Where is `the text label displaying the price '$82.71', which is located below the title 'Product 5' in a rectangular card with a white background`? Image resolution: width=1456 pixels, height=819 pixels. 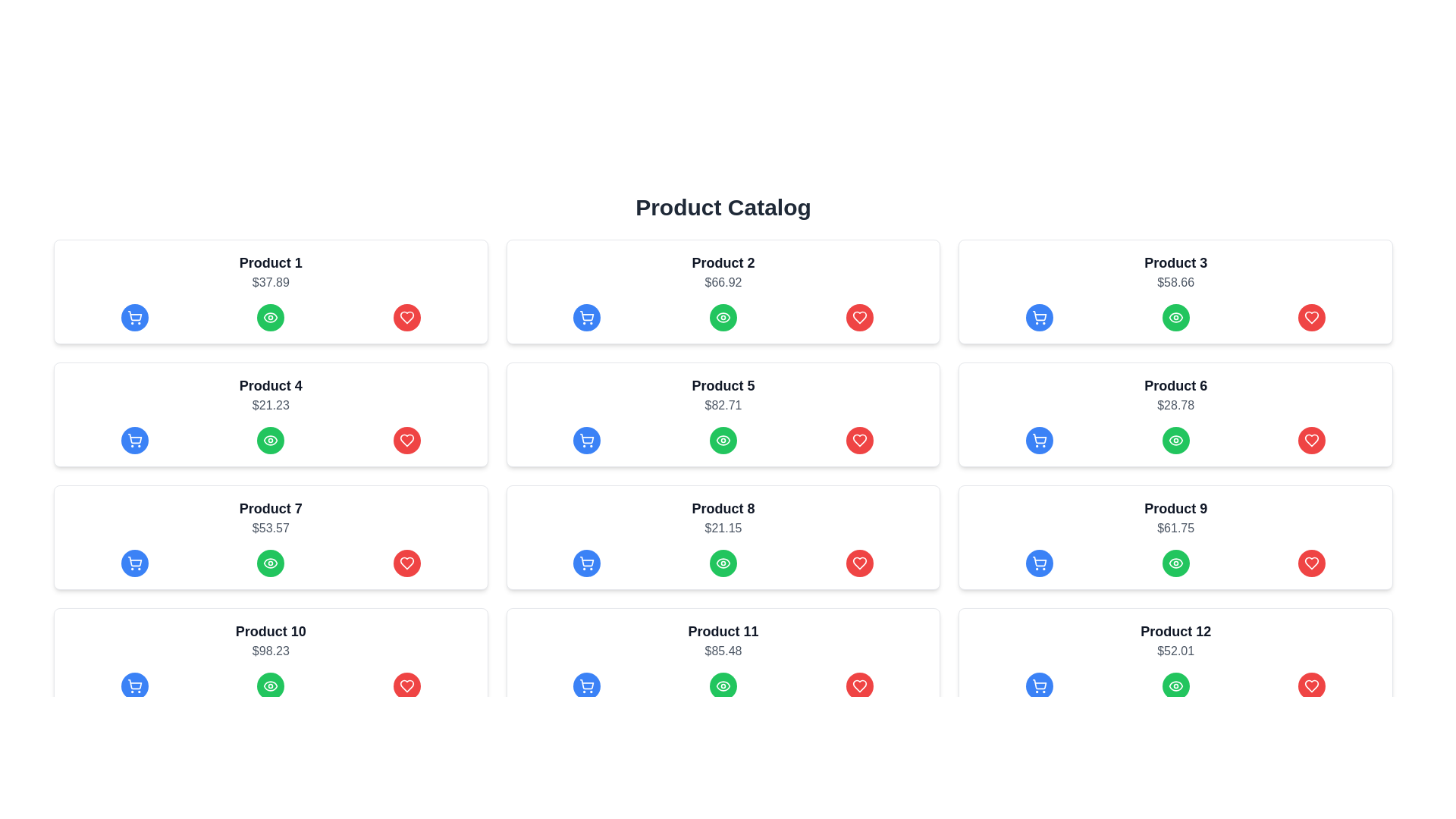 the text label displaying the price '$82.71', which is located below the title 'Product 5' in a rectangular card with a white background is located at coordinates (723, 405).